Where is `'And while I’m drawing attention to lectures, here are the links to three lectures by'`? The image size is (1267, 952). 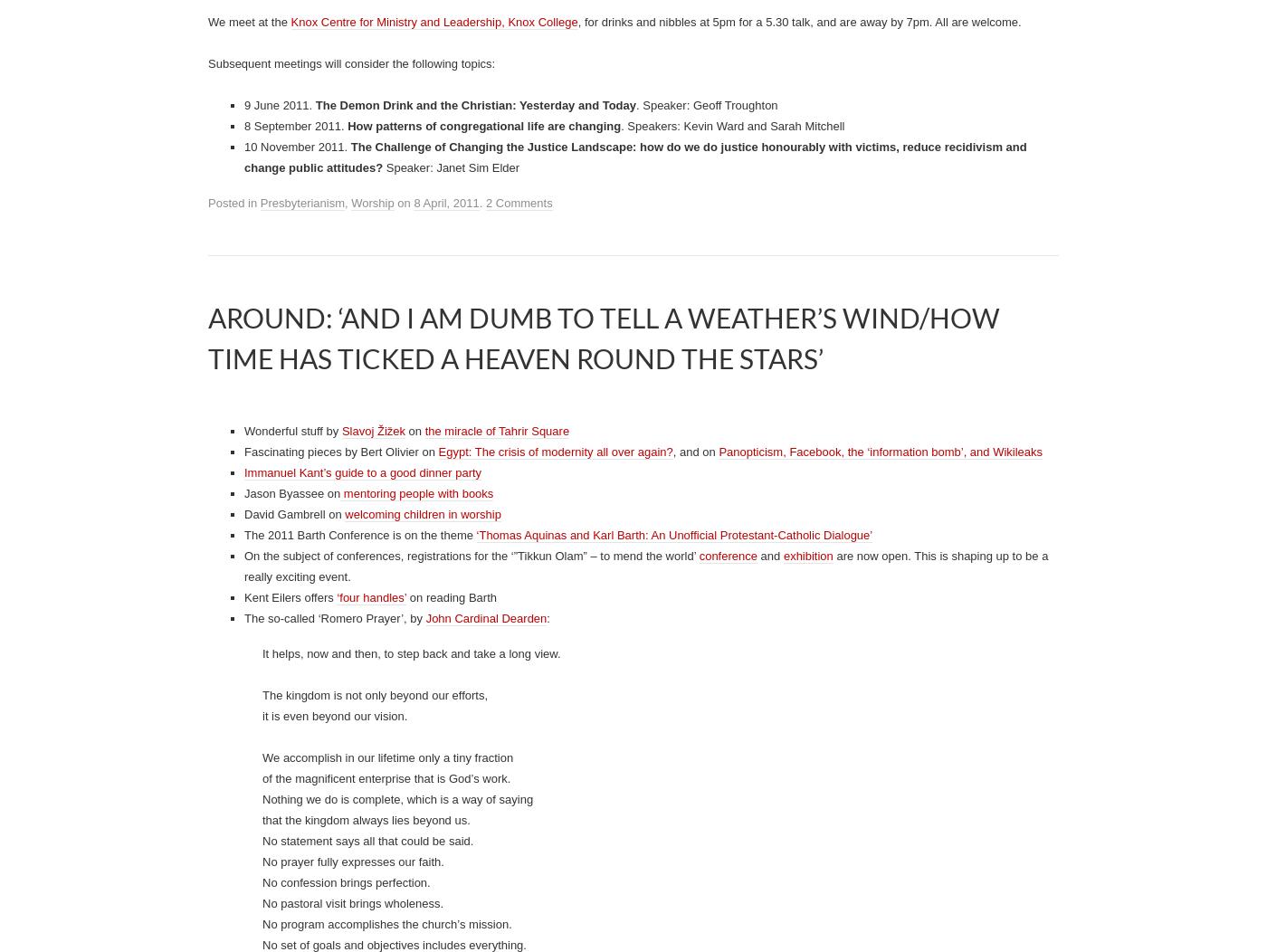
'And while I’m drawing attention to lectures, here are the links to three lectures by' is located at coordinates (419, 306).